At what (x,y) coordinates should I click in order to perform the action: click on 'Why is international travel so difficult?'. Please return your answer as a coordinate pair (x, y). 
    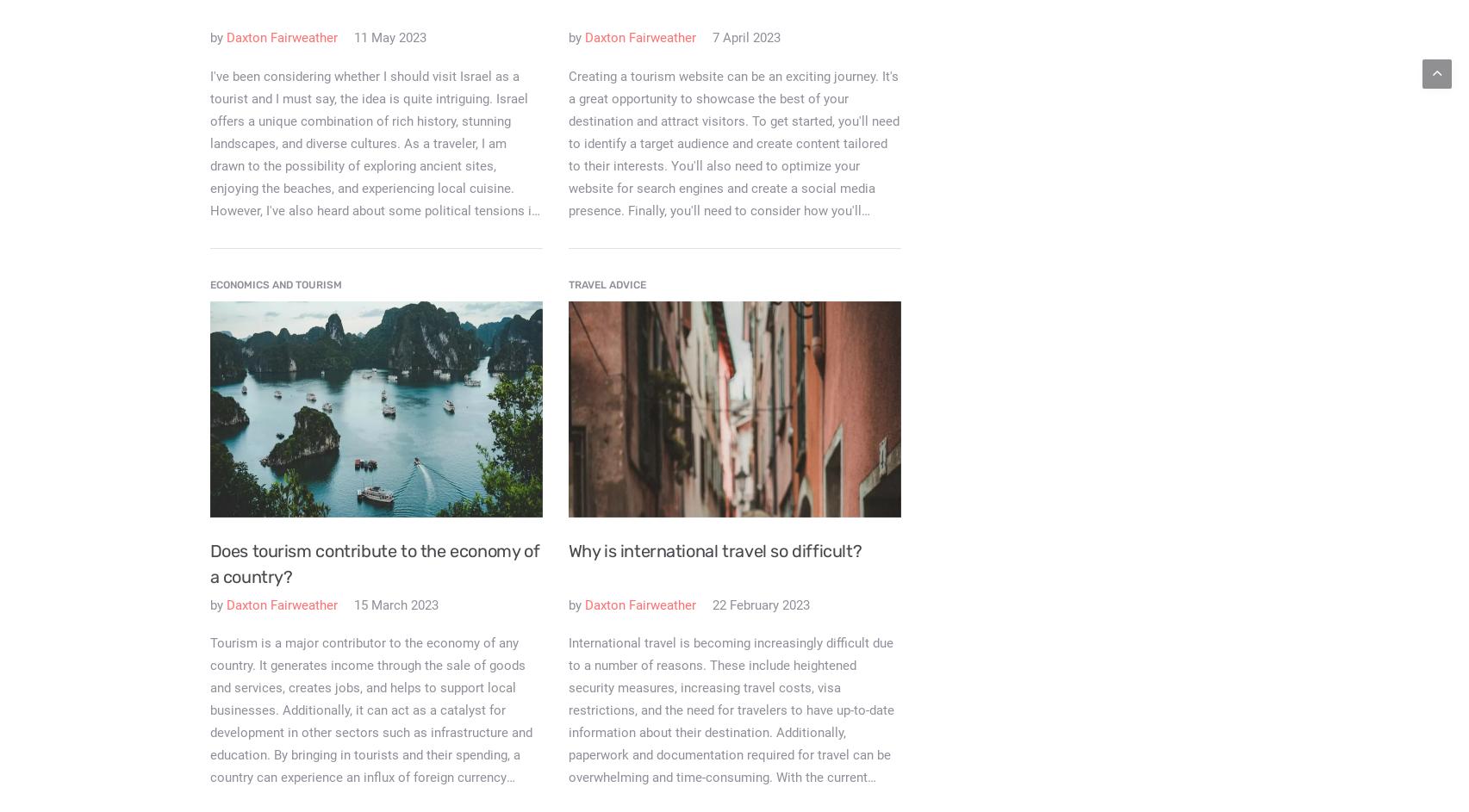
    Looking at the image, I should click on (567, 549).